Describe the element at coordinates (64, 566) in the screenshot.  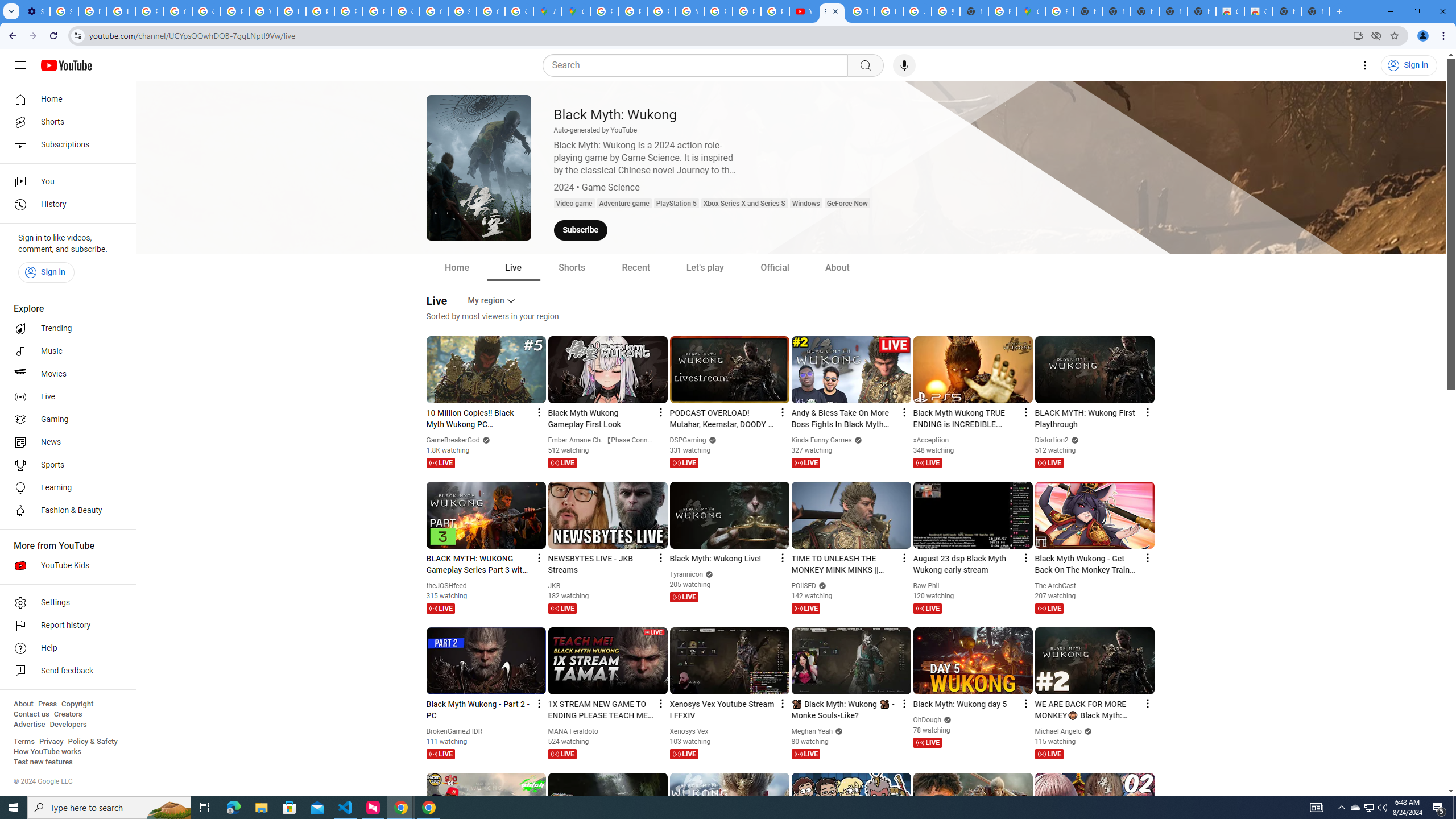
I see `'YouTube Kids'` at that location.